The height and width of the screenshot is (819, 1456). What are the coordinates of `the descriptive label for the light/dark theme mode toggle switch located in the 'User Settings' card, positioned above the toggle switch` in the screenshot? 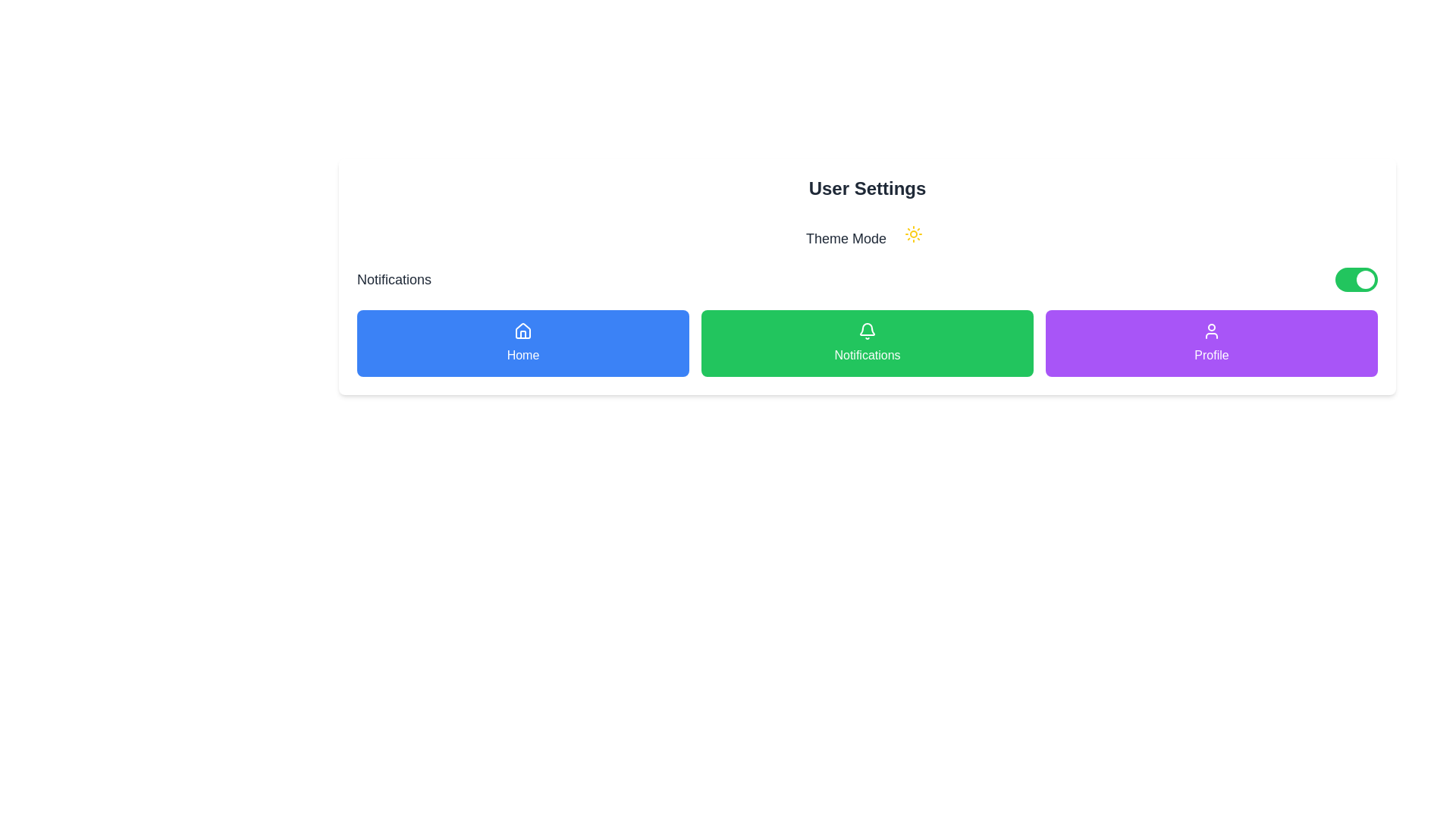 It's located at (867, 234).